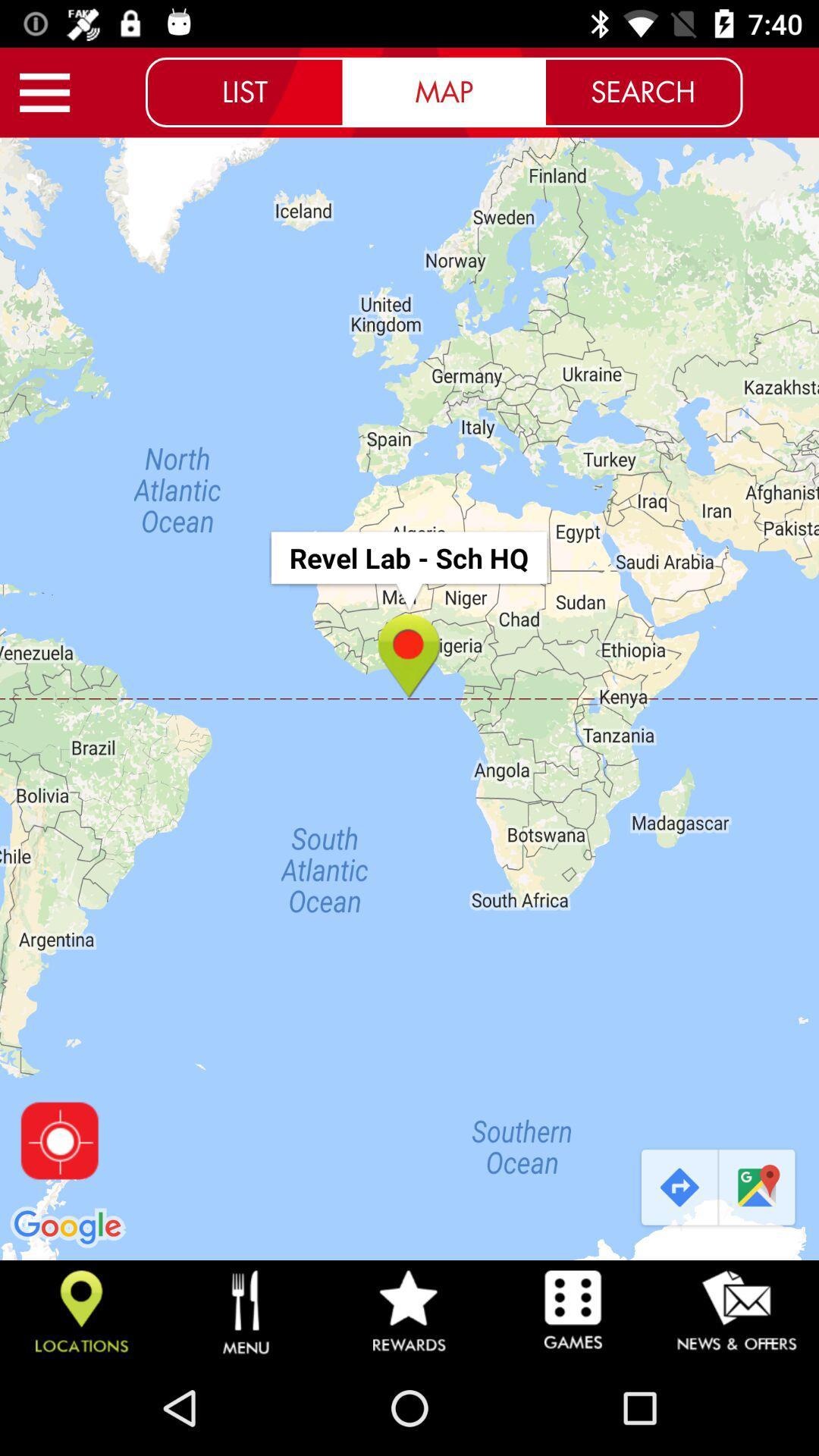 Image resolution: width=819 pixels, height=1456 pixels. Describe the element at coordinates (643, 91) in the screenshot. I see `item next to the map` at that location.